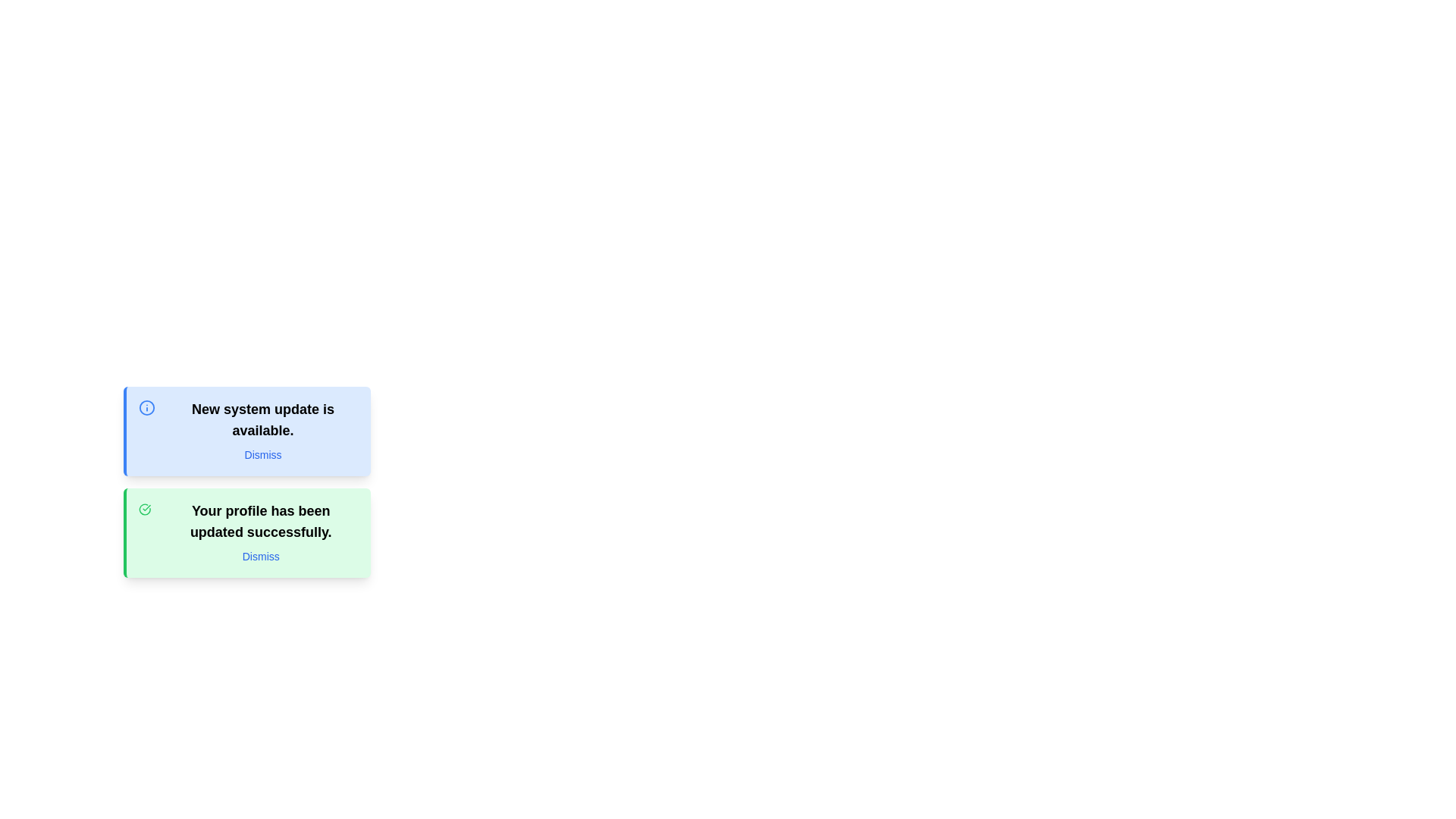 The image size is (1456, 819). Describe the element at coordinates (261, 556) in the screenshot. I see `the hyperlink located below the text 'Your profile has been updated successfully.'` at that location.